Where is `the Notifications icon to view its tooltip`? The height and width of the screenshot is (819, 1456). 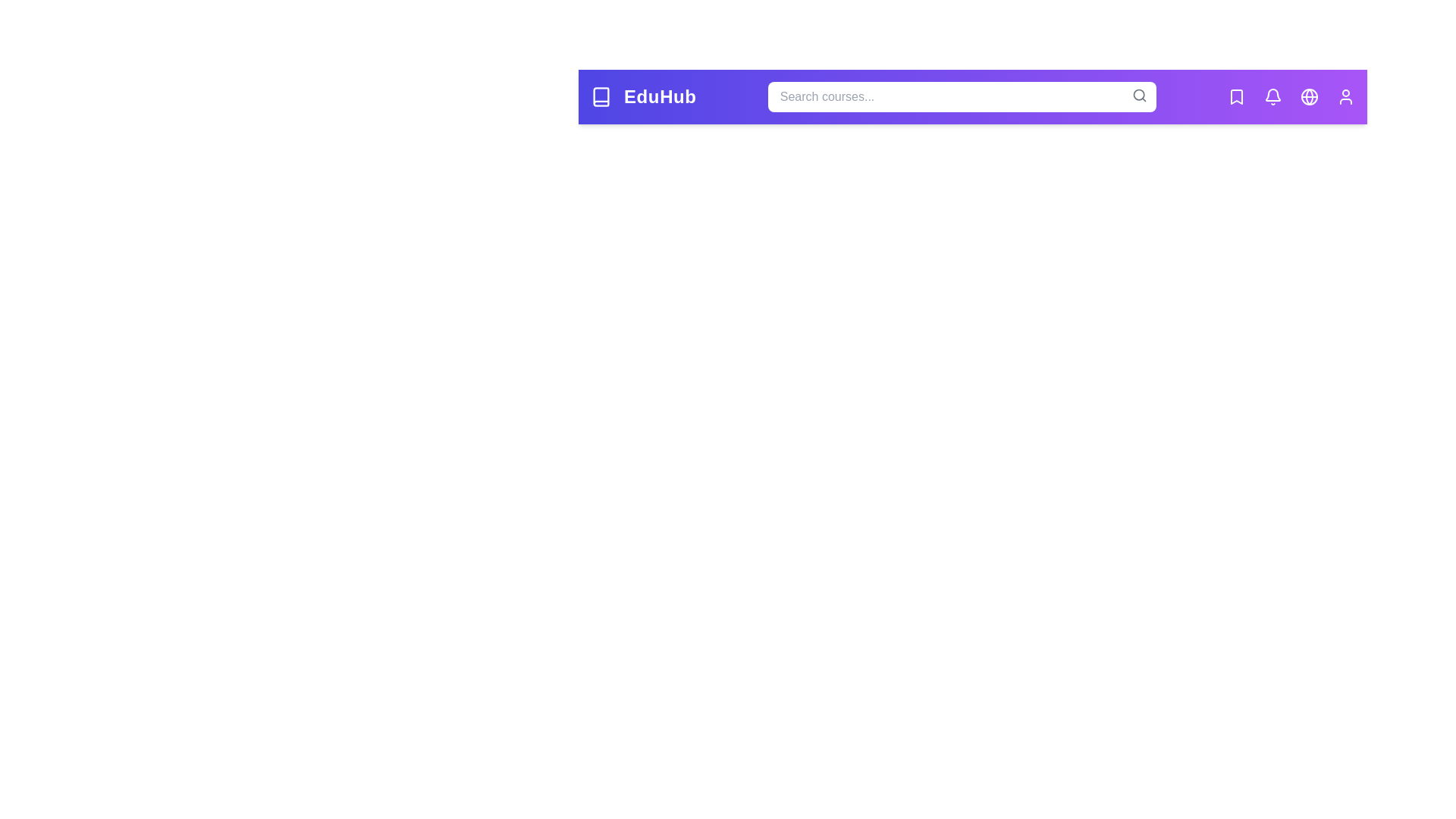
the Notifications icon to view its tooltip is located at coordinates (1273, 96).